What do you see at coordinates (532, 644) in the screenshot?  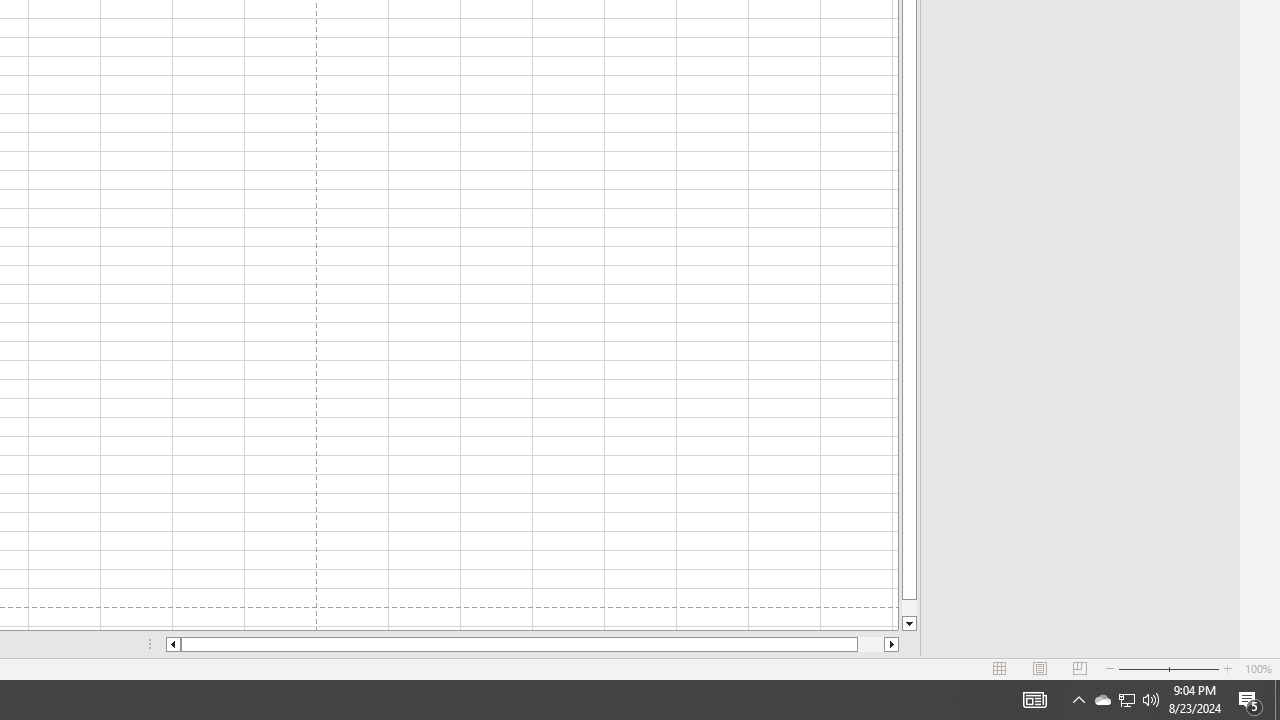 I see `'Class: NetUIScrollBar'` at bounding box center [532, 644].